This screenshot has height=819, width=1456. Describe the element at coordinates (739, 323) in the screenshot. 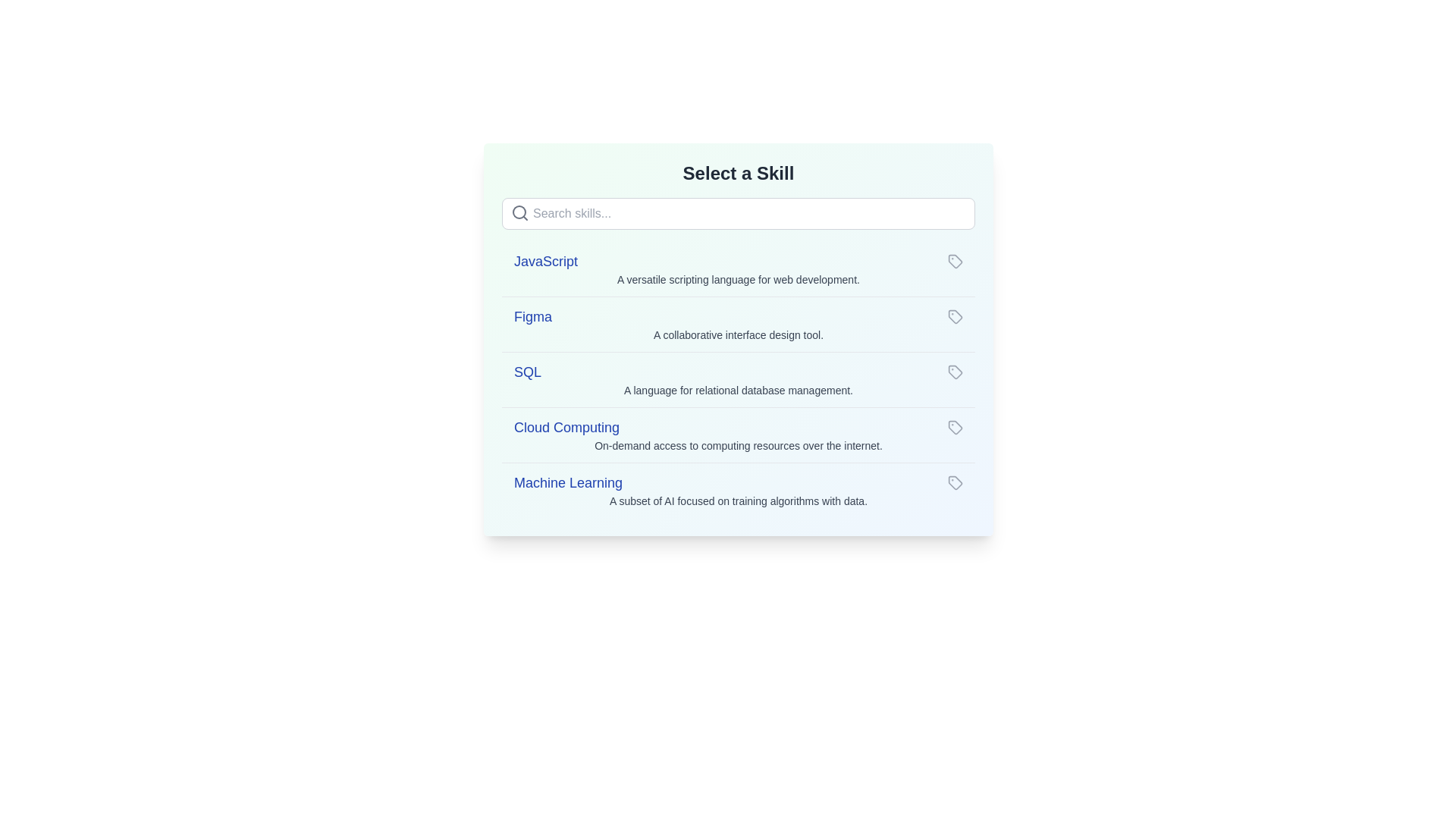

I see `the second list item labeled 'Figma', which features bold blue text and a gray description, located under the title 'Select a Skill'` at that location.